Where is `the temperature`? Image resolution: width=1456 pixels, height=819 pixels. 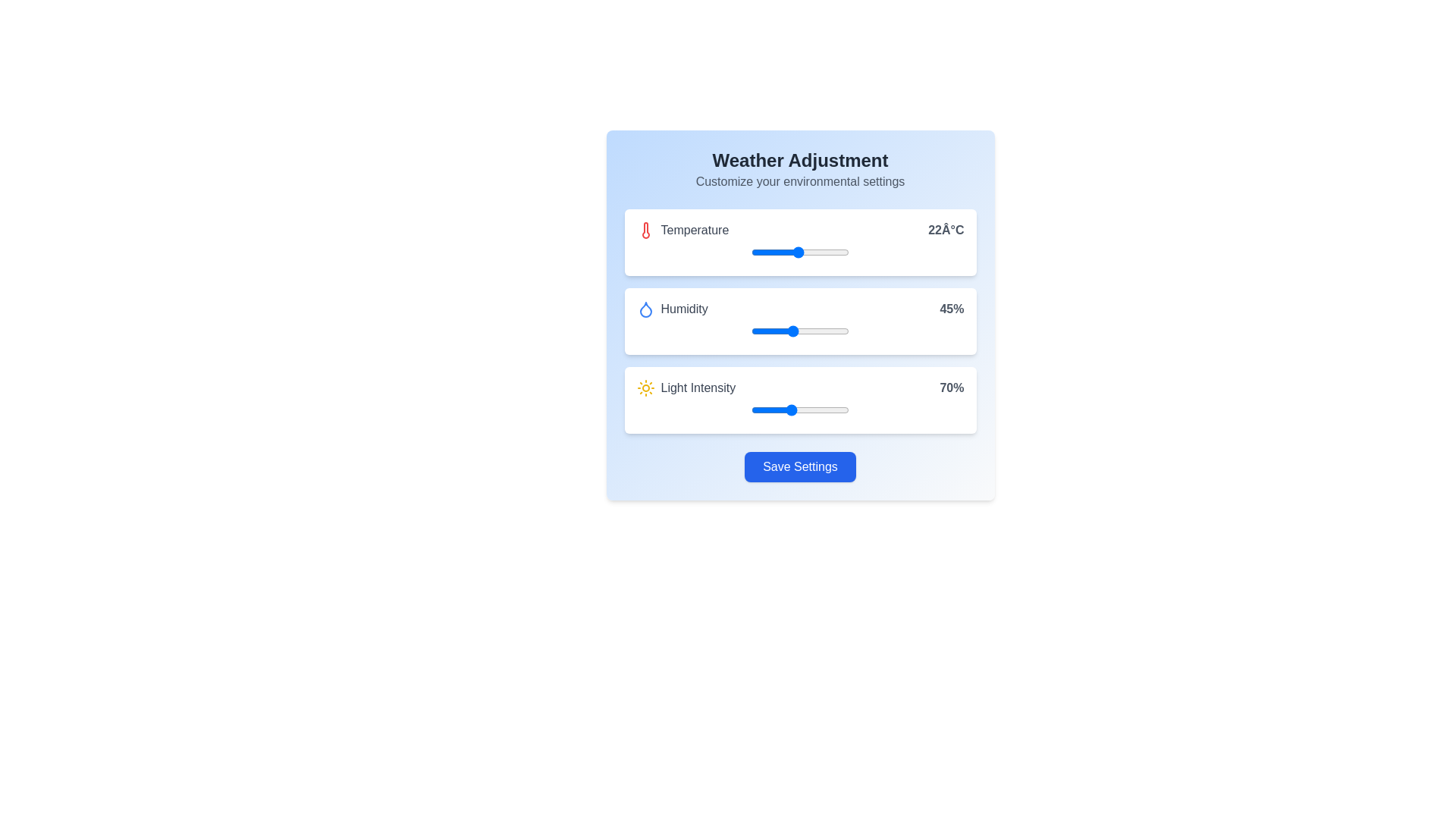 the temperature is located at coordinates (759, 251).